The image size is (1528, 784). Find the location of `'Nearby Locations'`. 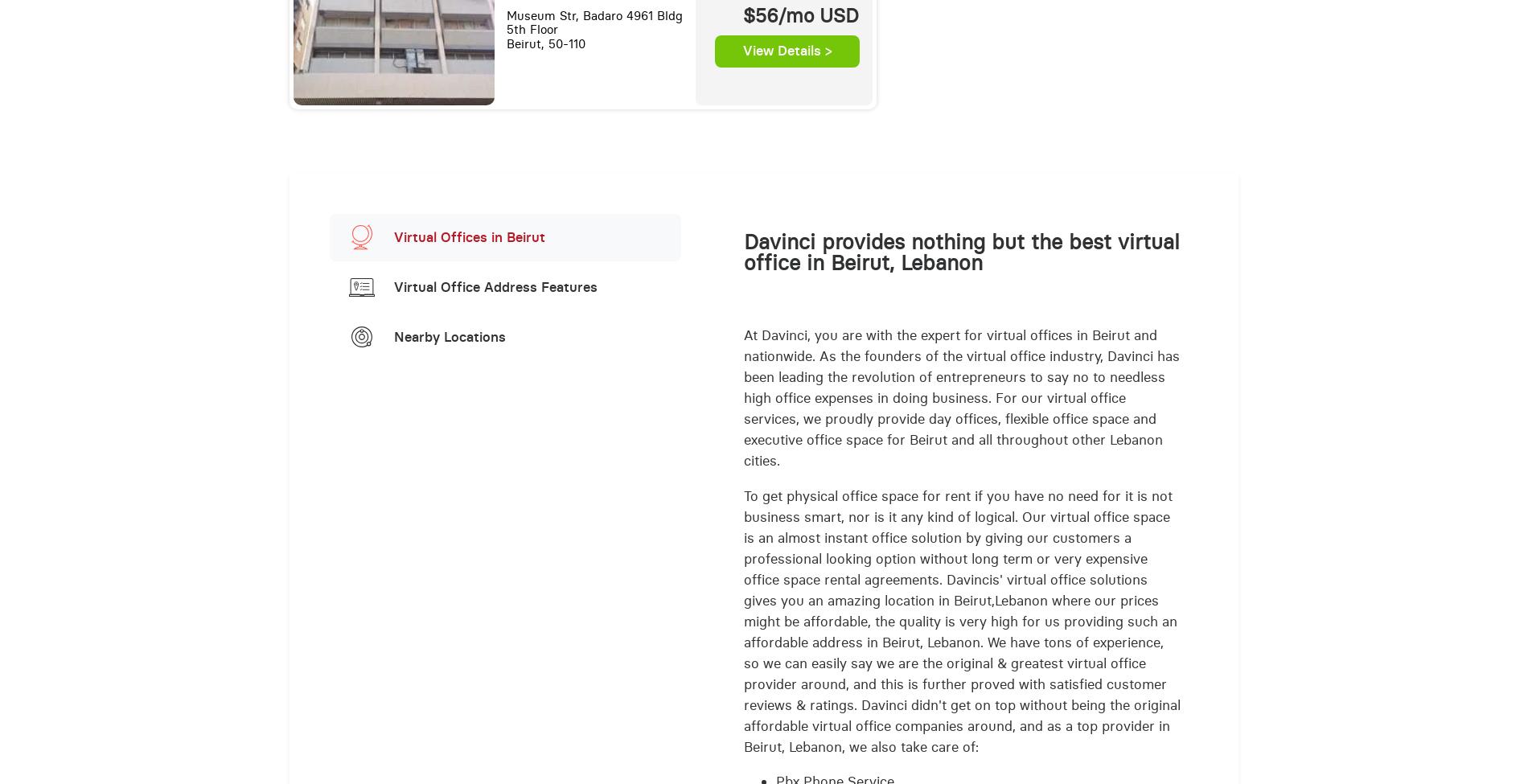

'Nearby Locations' is located at coordinates (449, 335).